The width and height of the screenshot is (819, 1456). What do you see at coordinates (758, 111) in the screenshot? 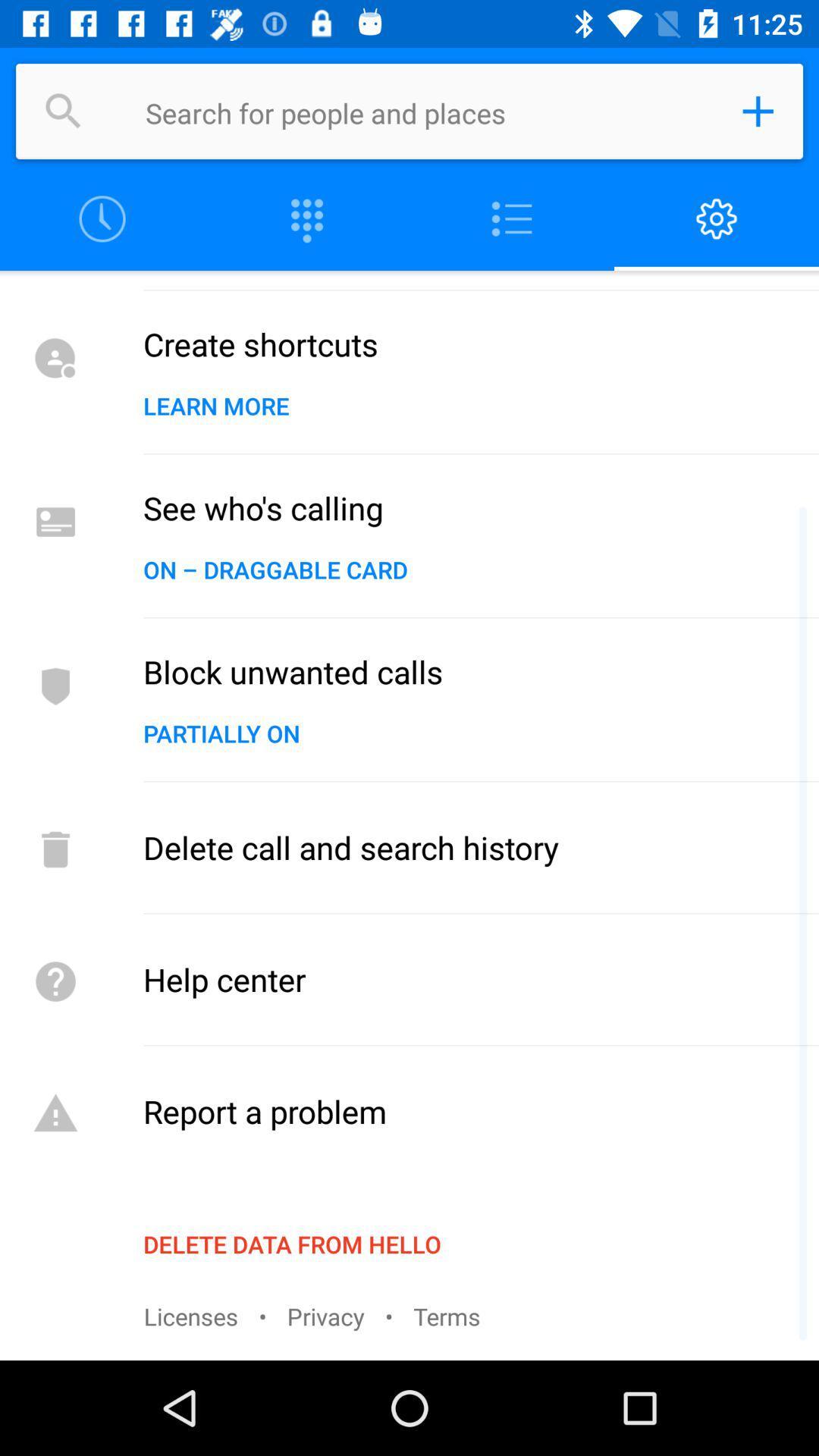
I see `the add icon` at bounding box center [758, 111].